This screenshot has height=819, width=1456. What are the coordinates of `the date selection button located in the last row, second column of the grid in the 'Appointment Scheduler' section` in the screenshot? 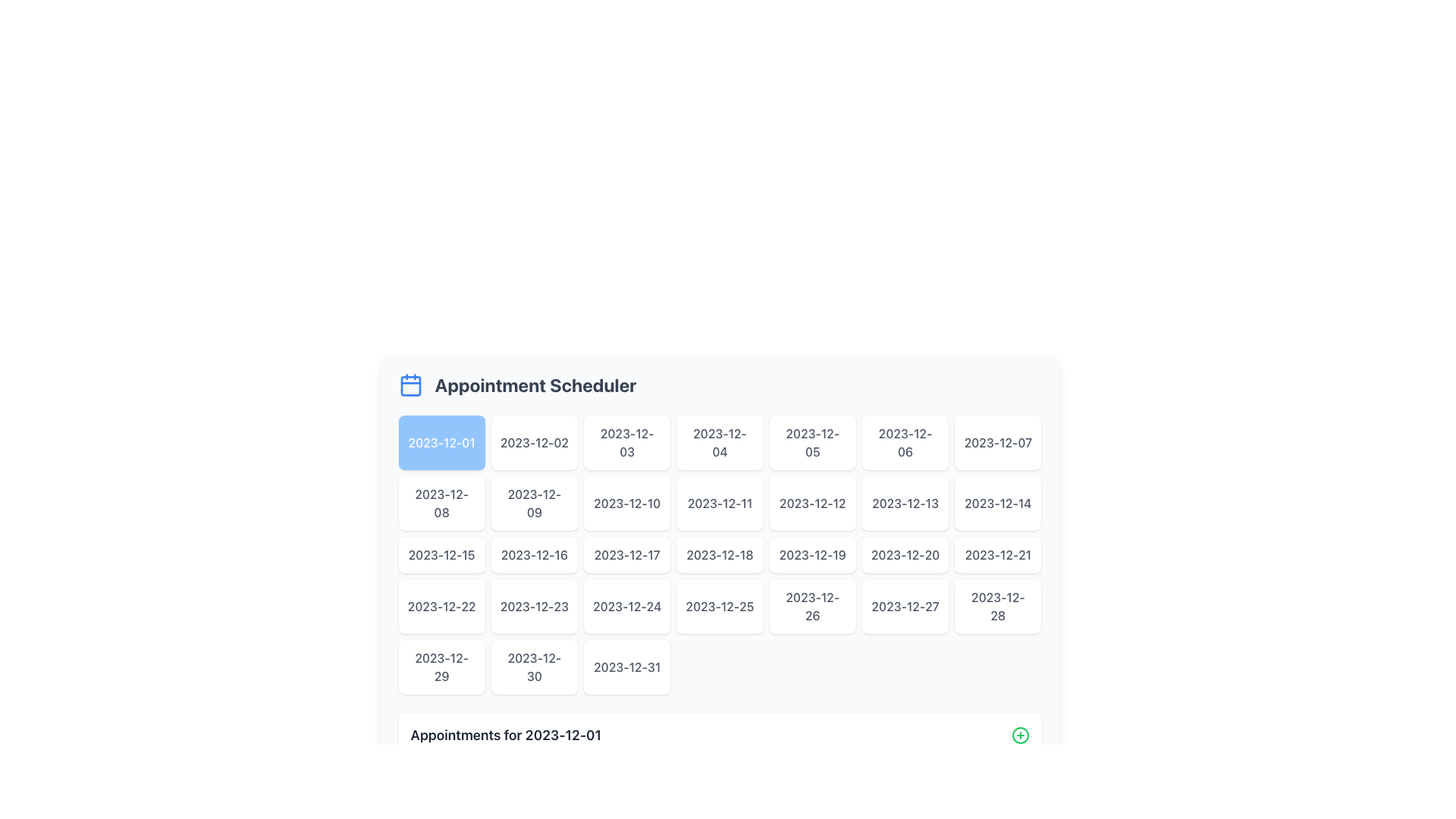 It's located at (534, 666).